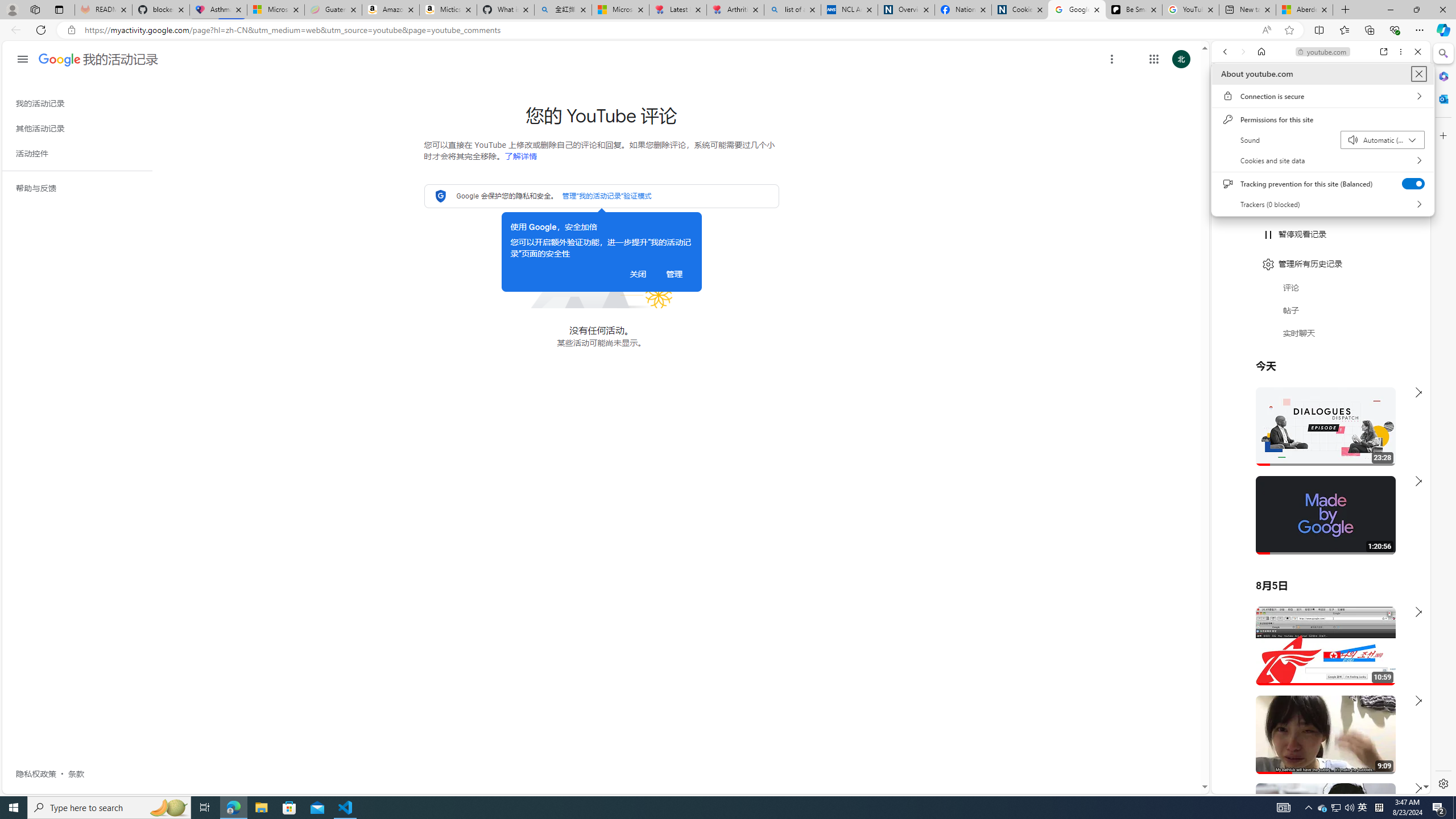  What do you see at coordinates (1020, 9) in the screenshot?
I see `'Cookies'` at bounding box center [1020, 9].